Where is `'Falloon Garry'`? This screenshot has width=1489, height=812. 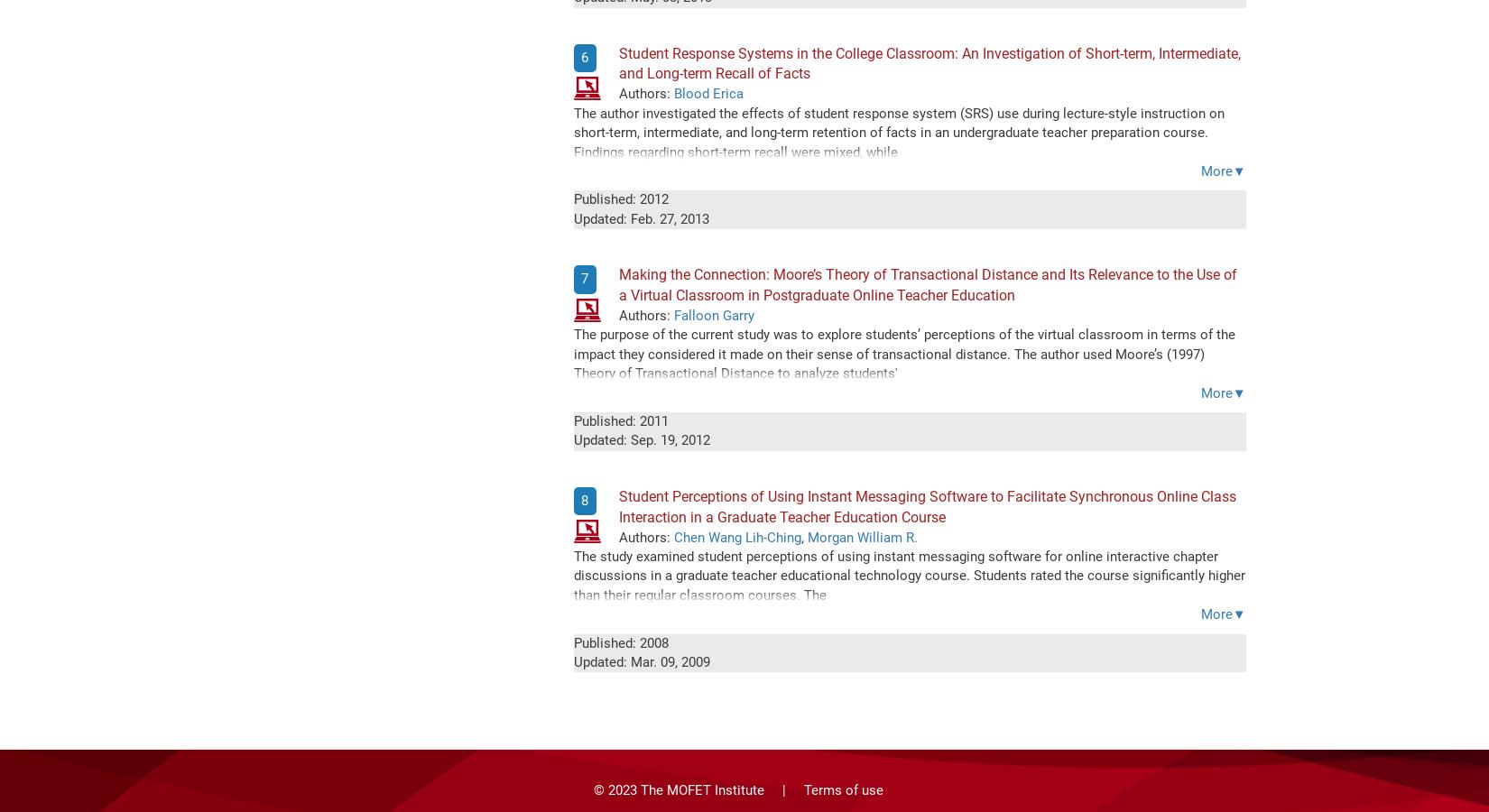
'Falloon Garry' is located at coordinates (712, 315).